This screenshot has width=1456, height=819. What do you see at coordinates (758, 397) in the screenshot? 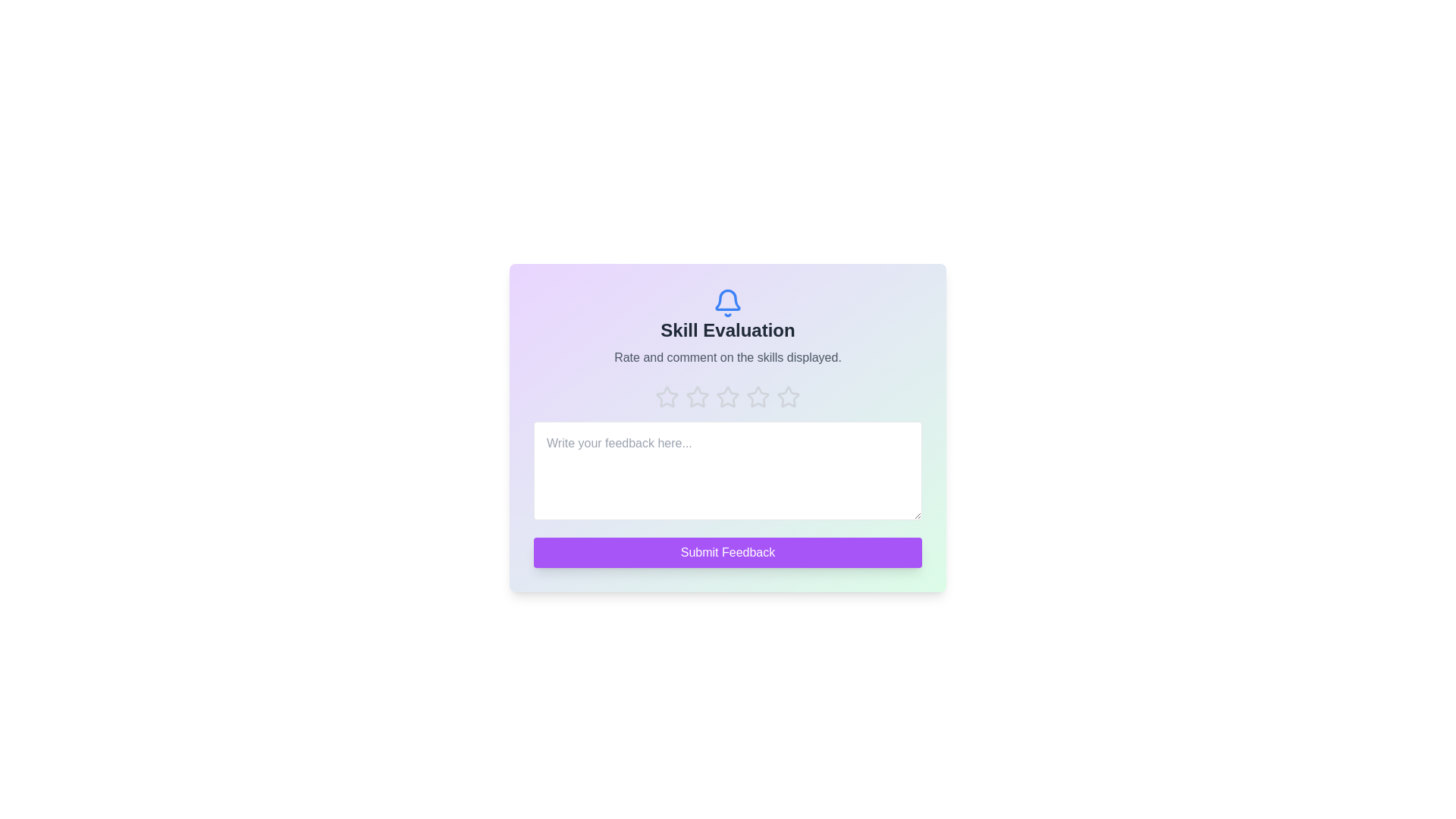
I see `the star corresponding to the rating 4` at bounding box center [758, 397].